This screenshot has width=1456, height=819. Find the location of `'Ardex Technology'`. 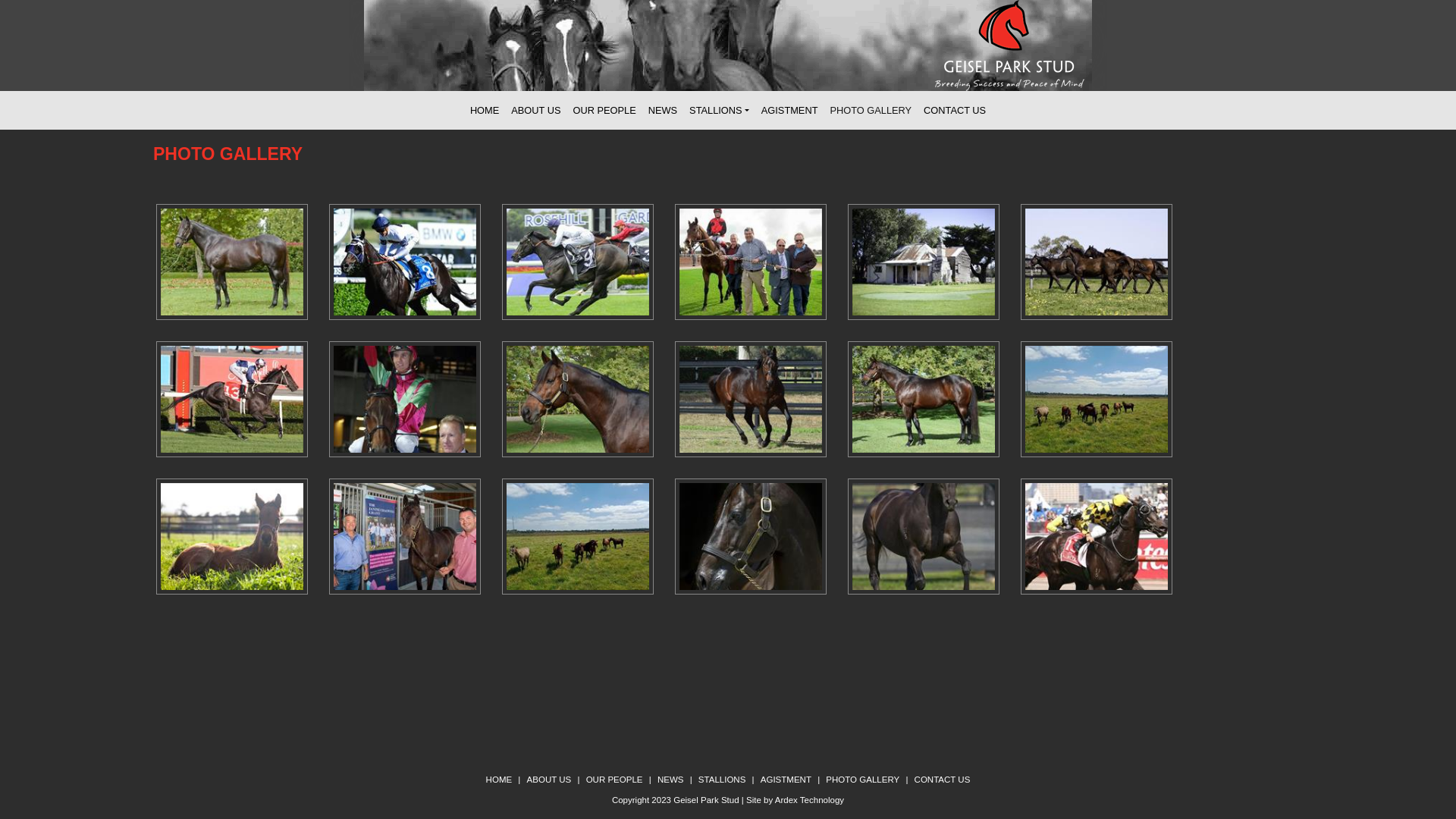

'Ardex Technology' is located at coordinates (775, 799).